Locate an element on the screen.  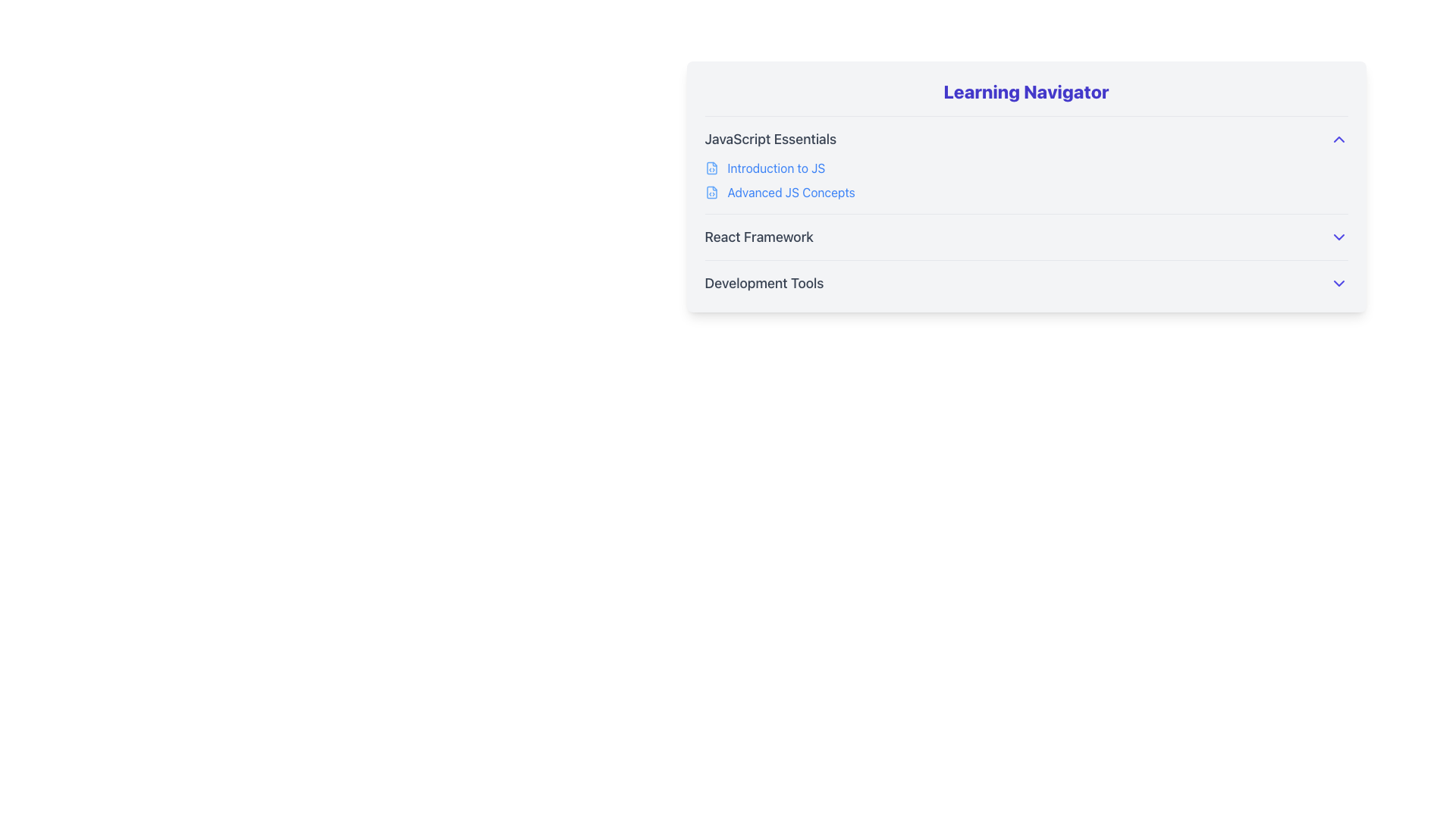
the first hyperlink in the 'JavaScript Essentials' section of the 'Learning Navigator' menu is located at coordinates (775, 168).